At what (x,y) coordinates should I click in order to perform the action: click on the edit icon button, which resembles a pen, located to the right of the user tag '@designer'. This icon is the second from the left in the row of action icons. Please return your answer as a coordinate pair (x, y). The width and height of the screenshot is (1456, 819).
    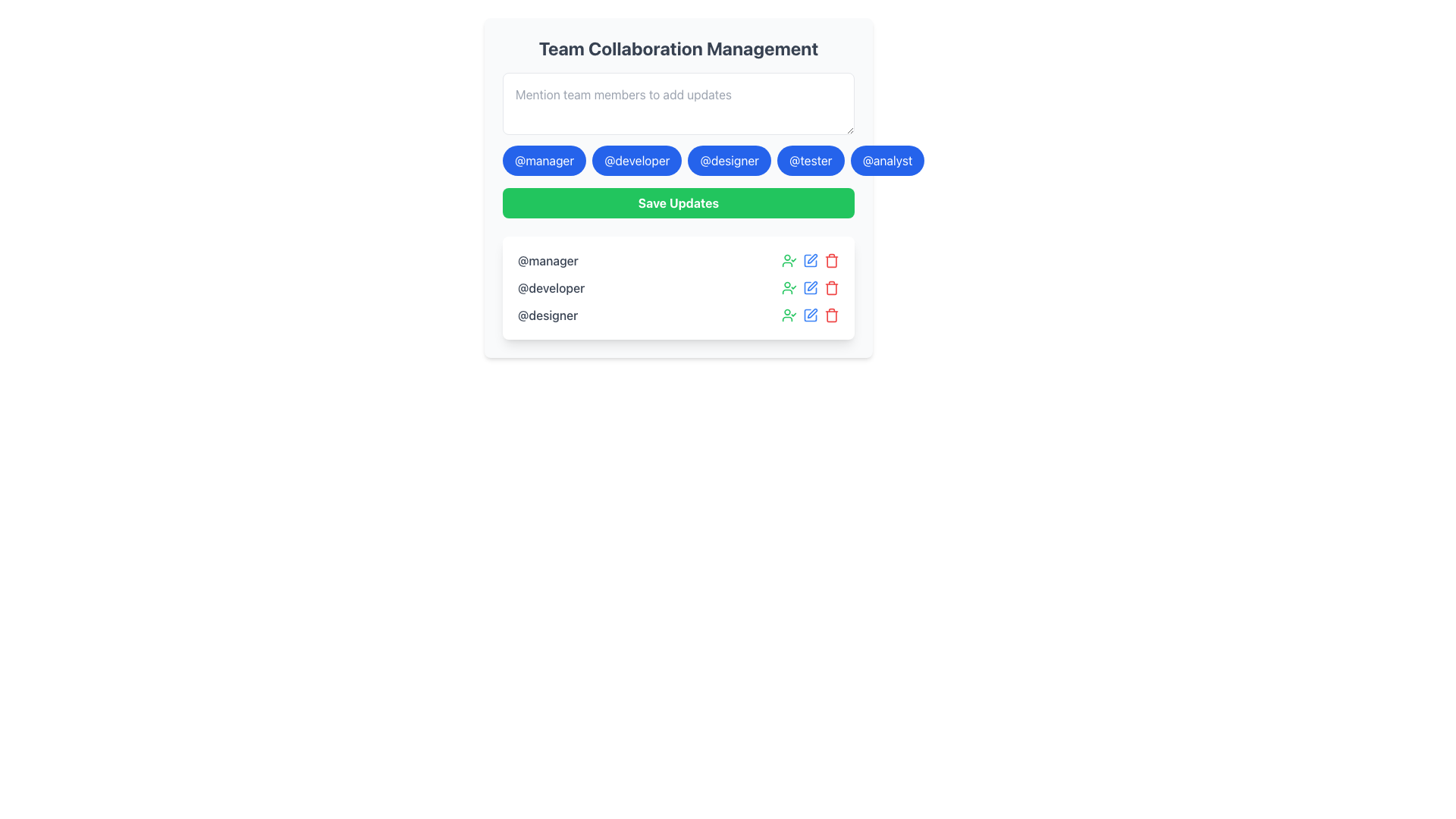
    Looking at the image, I should click on (811, 312).